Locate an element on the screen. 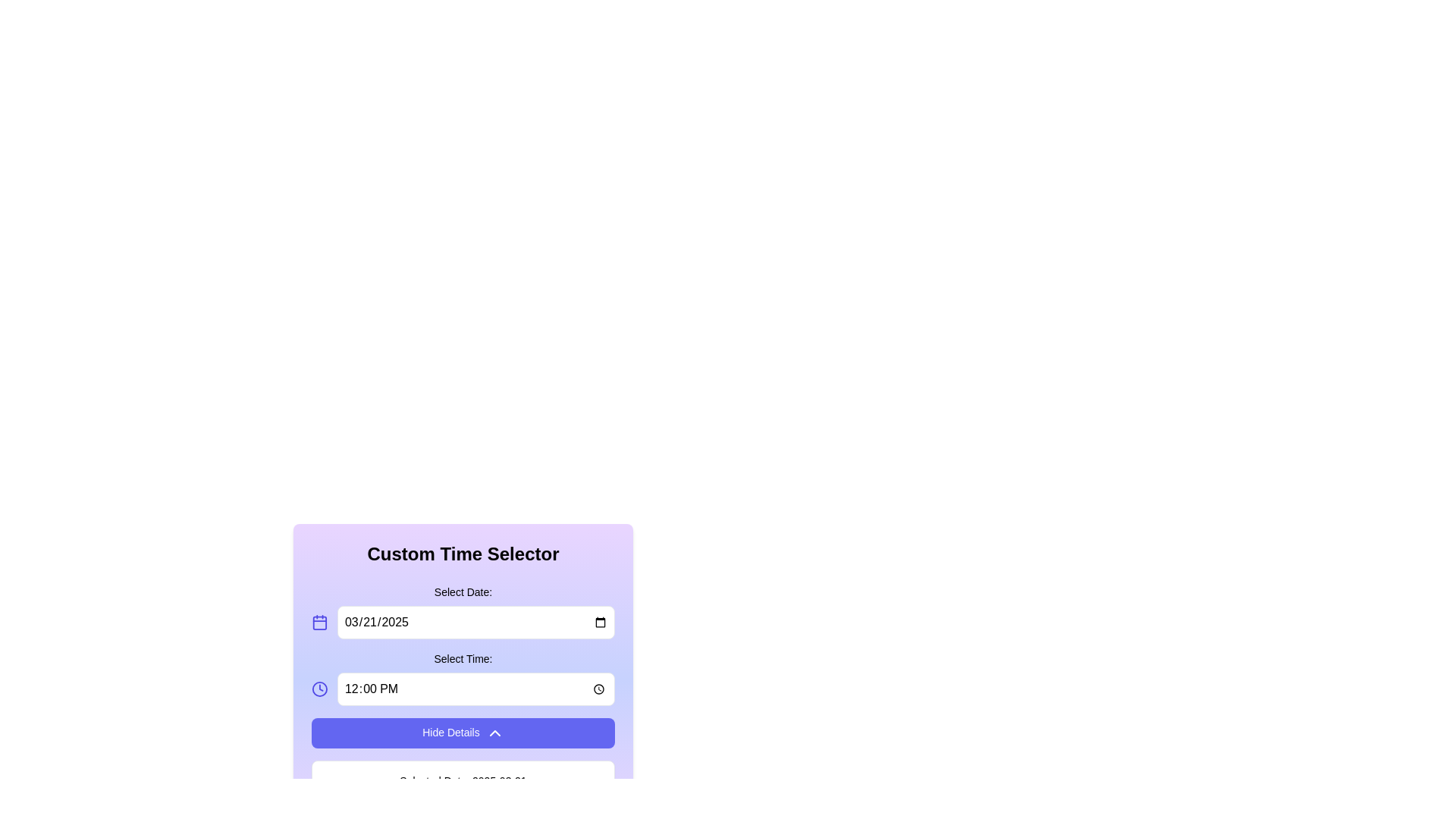  the 'Hide Details' button with a vivid indigo background and white text is located at coordinates (462, 733).